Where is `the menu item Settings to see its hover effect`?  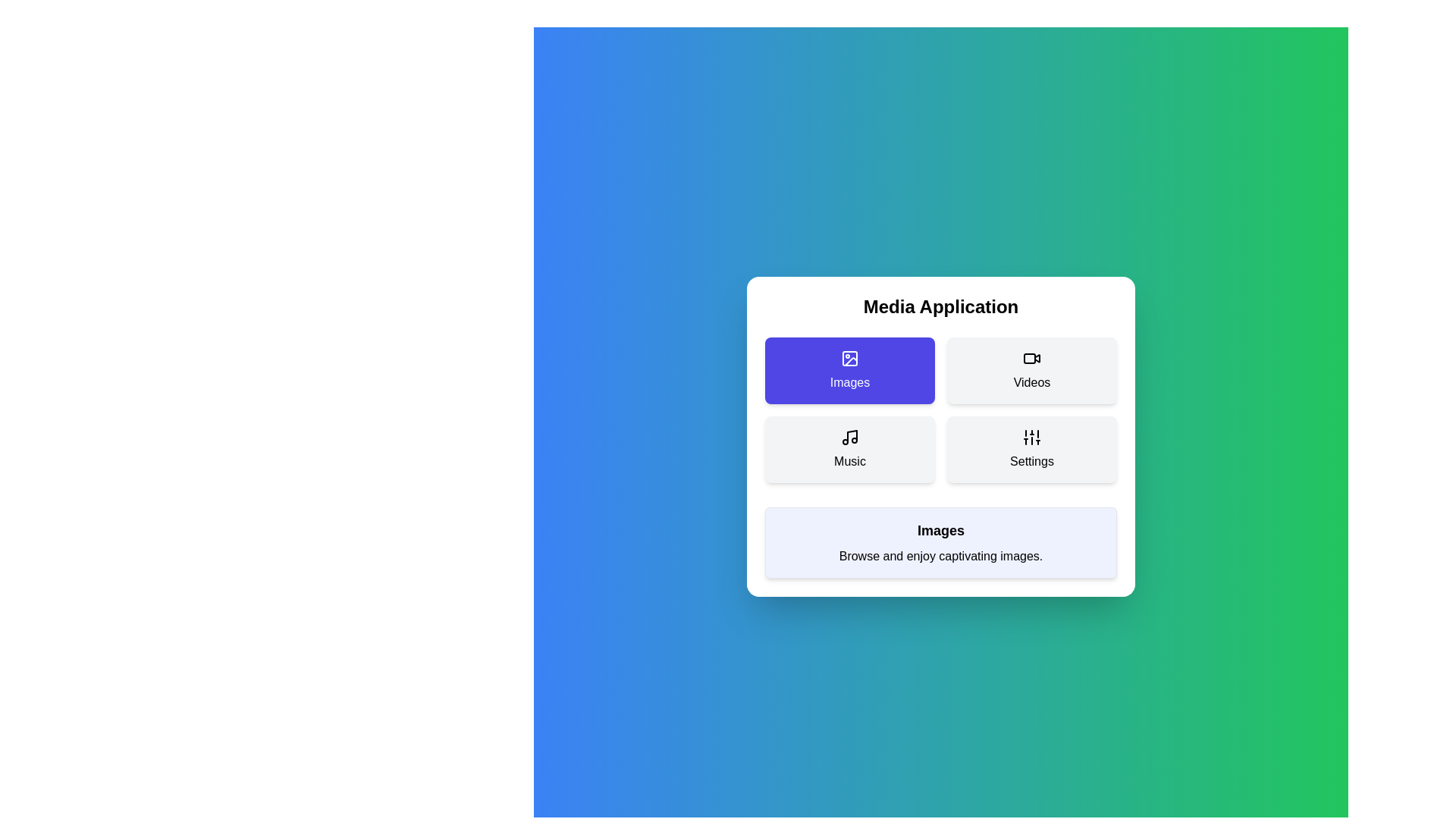 the menu item Settings to see its hover effect is located at coordinates (1031, 449).